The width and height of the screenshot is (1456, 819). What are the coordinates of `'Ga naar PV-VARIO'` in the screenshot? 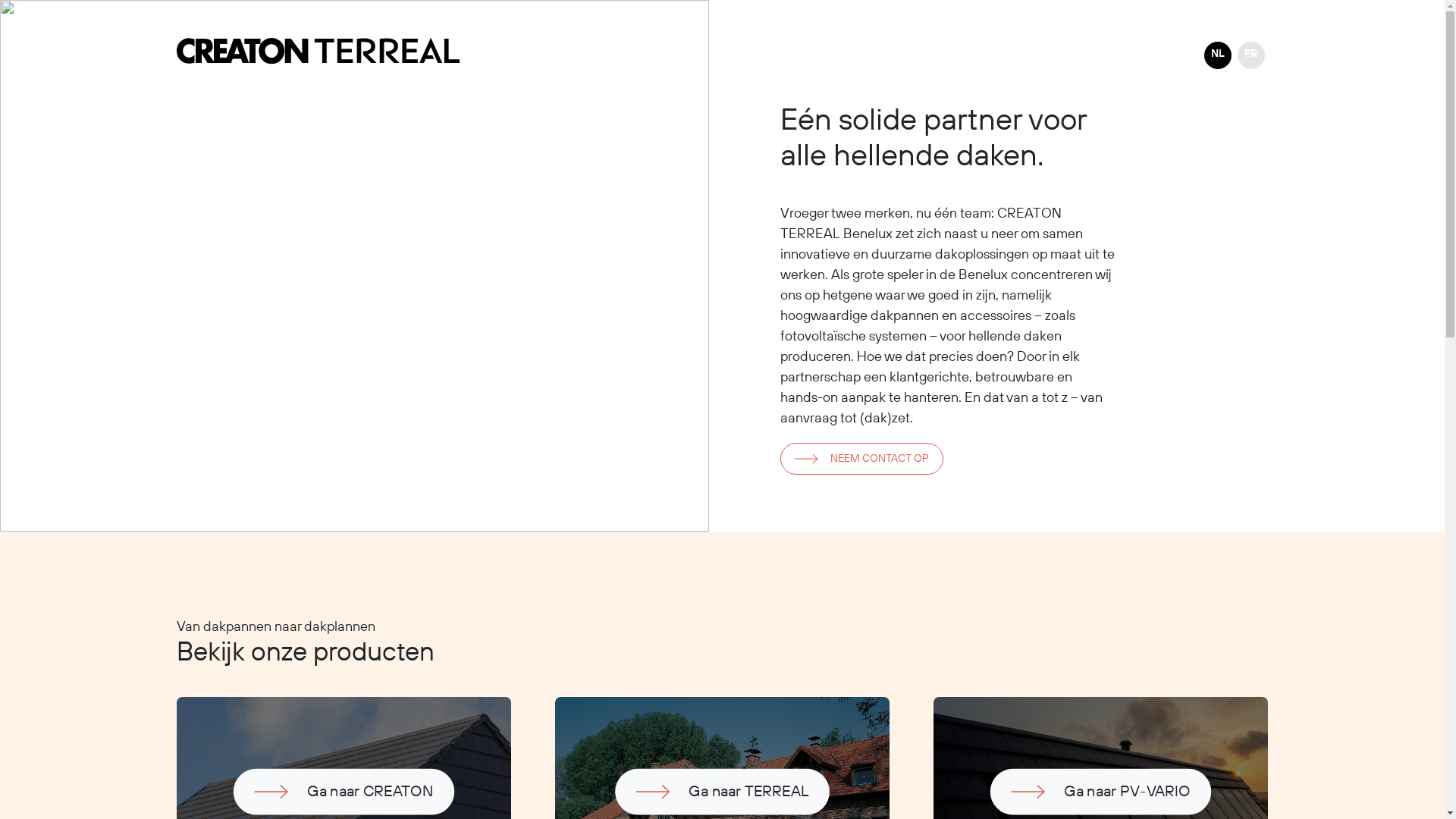 It's located at (1065, 784).